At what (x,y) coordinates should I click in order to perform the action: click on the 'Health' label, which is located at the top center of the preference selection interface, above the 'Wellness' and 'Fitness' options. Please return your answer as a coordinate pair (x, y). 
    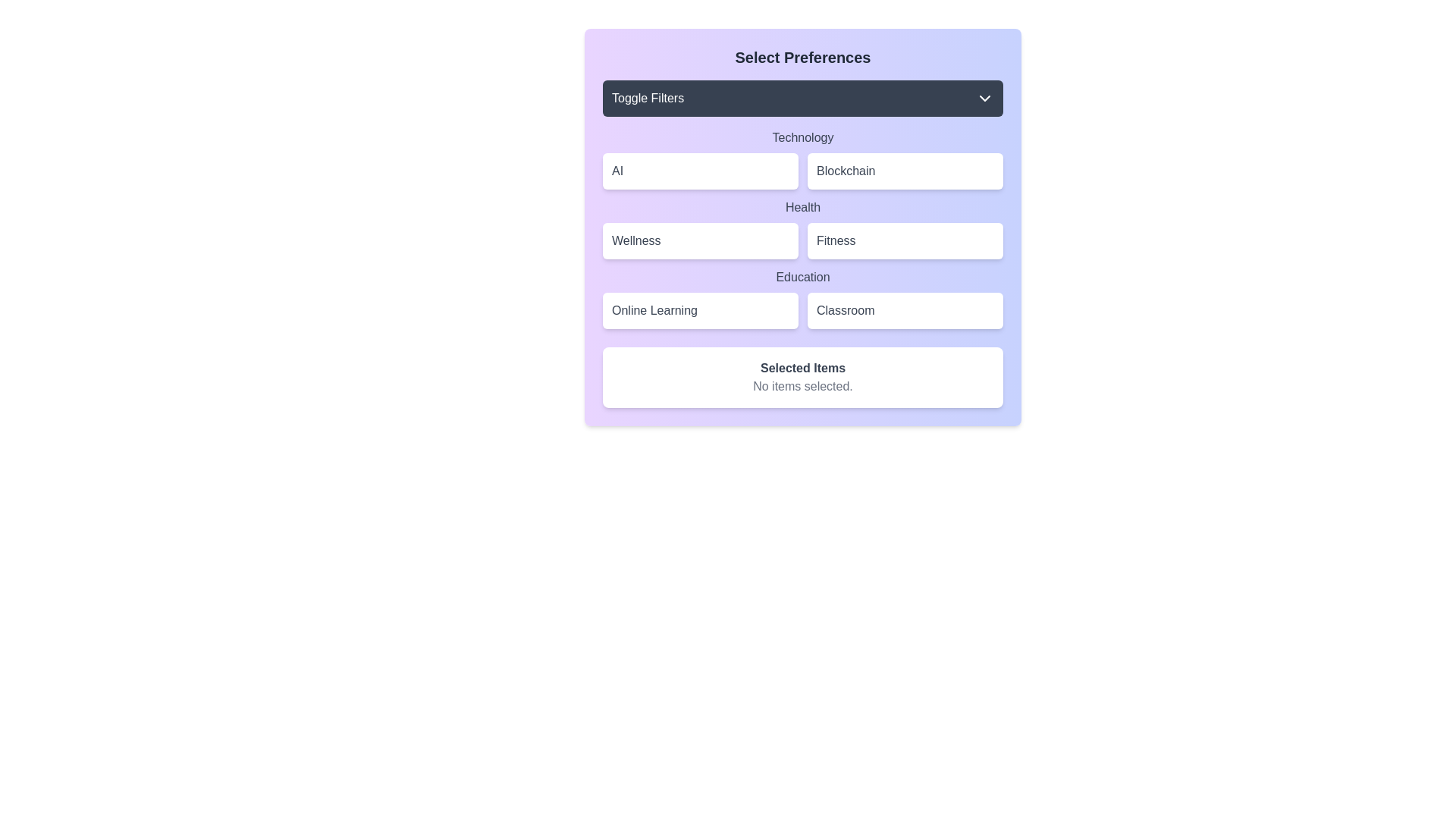
    Looking at the image, I should click on (802, 207).